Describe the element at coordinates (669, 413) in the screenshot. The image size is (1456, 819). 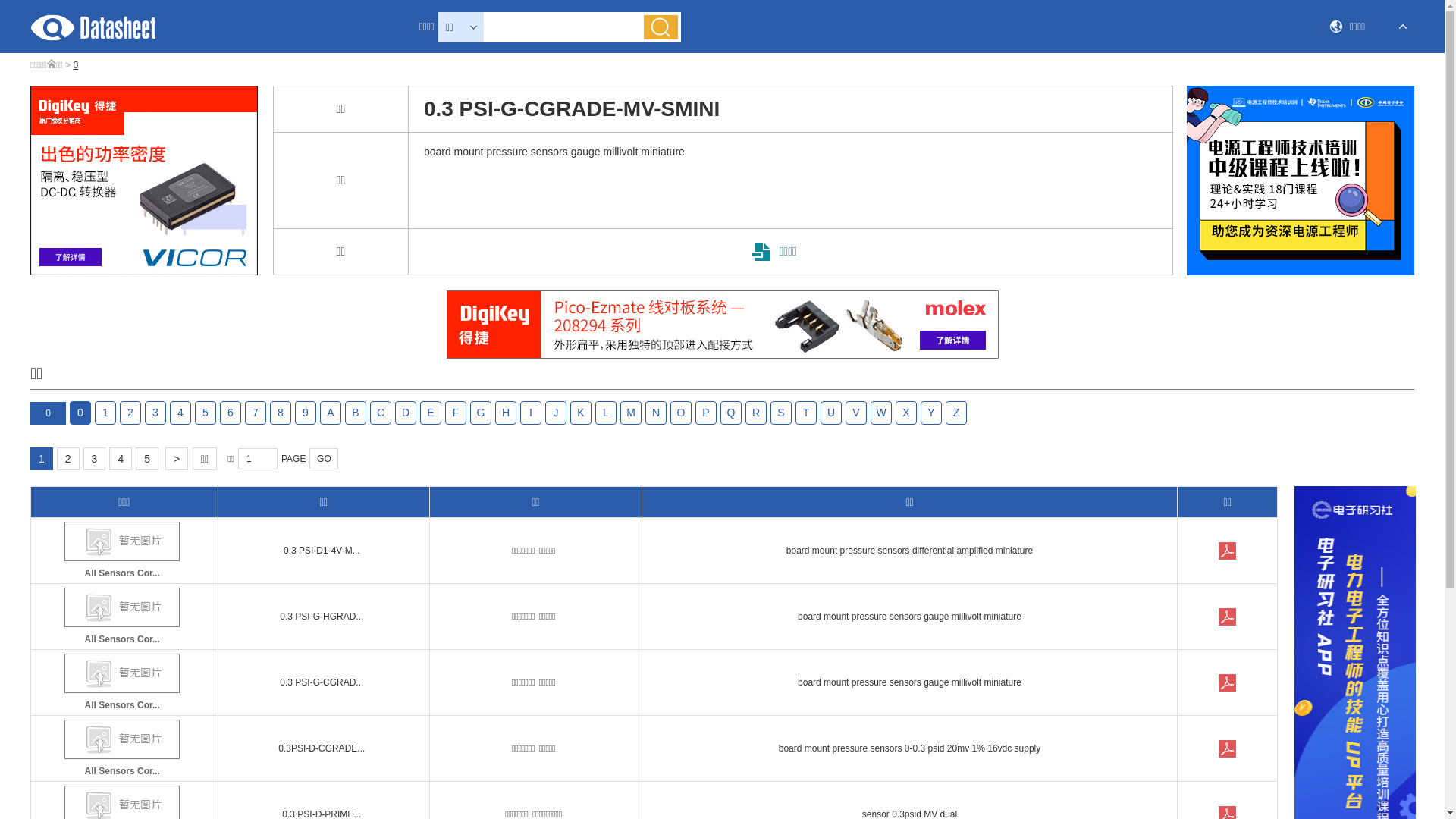
I see `'O'` at that location.